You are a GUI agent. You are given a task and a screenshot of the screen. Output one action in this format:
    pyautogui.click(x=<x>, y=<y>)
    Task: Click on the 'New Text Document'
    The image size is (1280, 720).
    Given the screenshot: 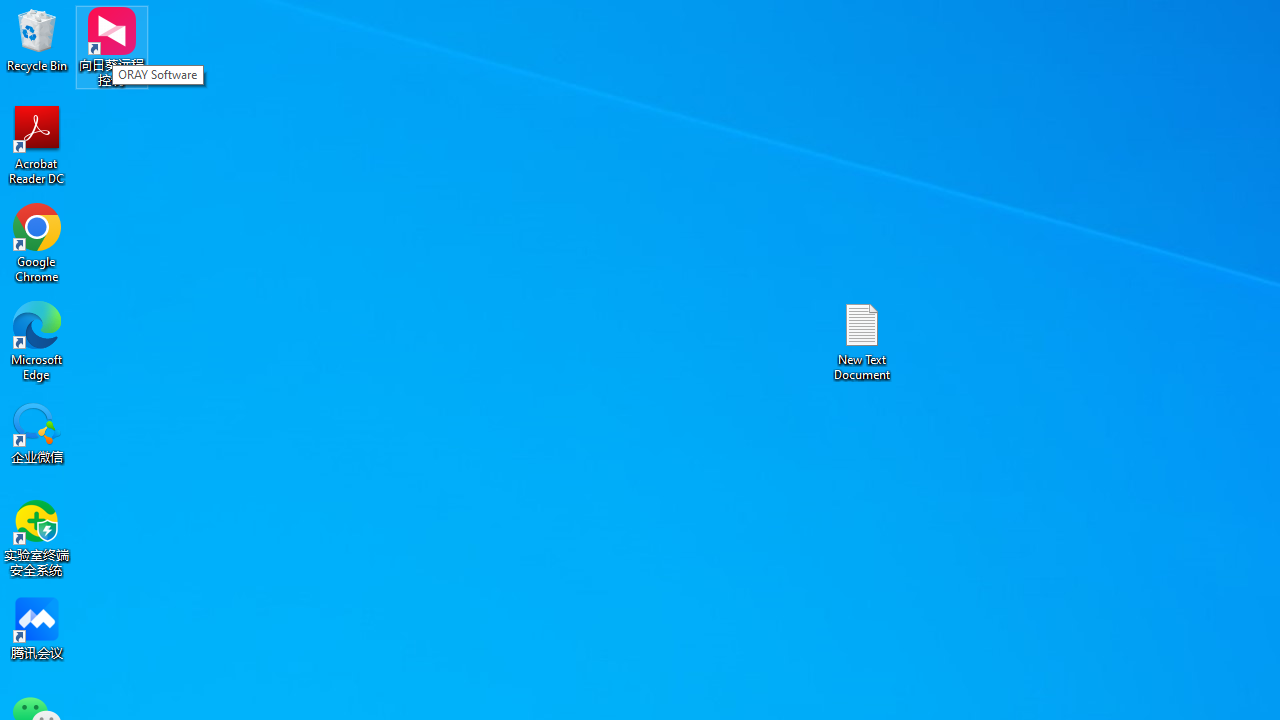 What is the action you would take?
    pyautogui.click(x=862, y=340)
    